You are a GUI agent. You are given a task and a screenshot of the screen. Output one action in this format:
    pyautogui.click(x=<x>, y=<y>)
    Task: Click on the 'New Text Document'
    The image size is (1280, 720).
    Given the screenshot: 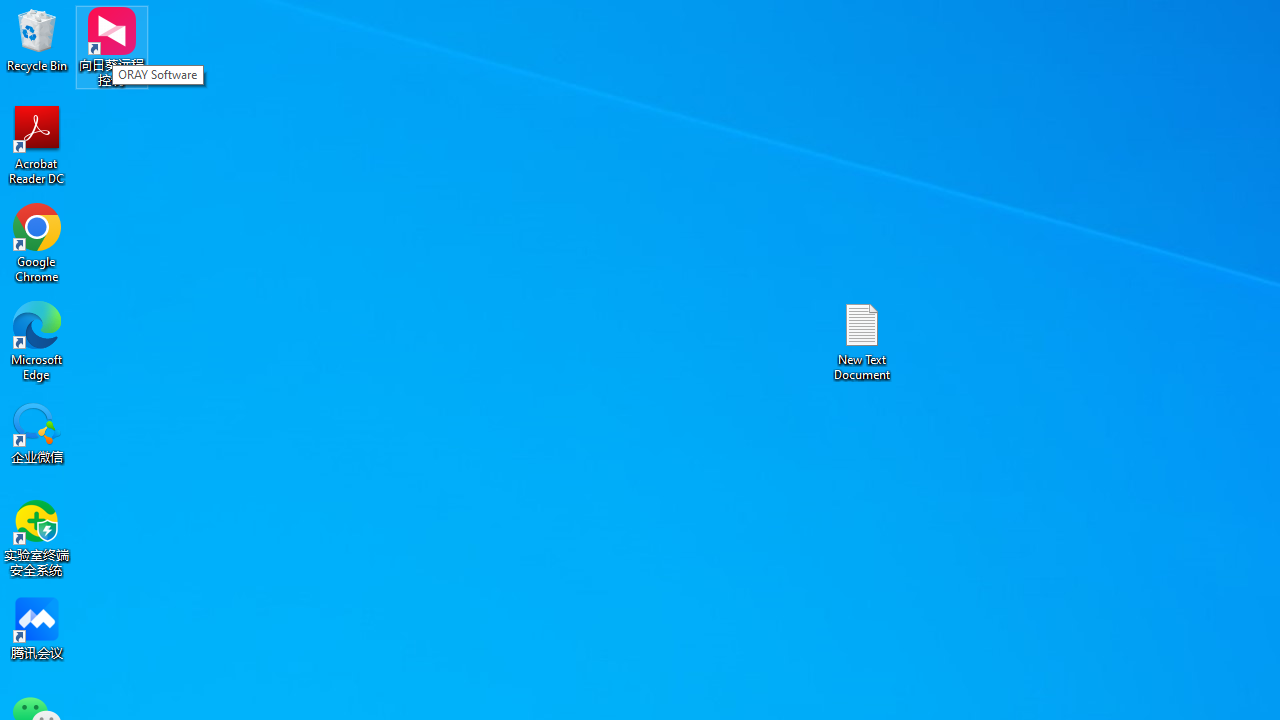 What is the action you would take?
    pyautogui.click(x=862, y=340)
    